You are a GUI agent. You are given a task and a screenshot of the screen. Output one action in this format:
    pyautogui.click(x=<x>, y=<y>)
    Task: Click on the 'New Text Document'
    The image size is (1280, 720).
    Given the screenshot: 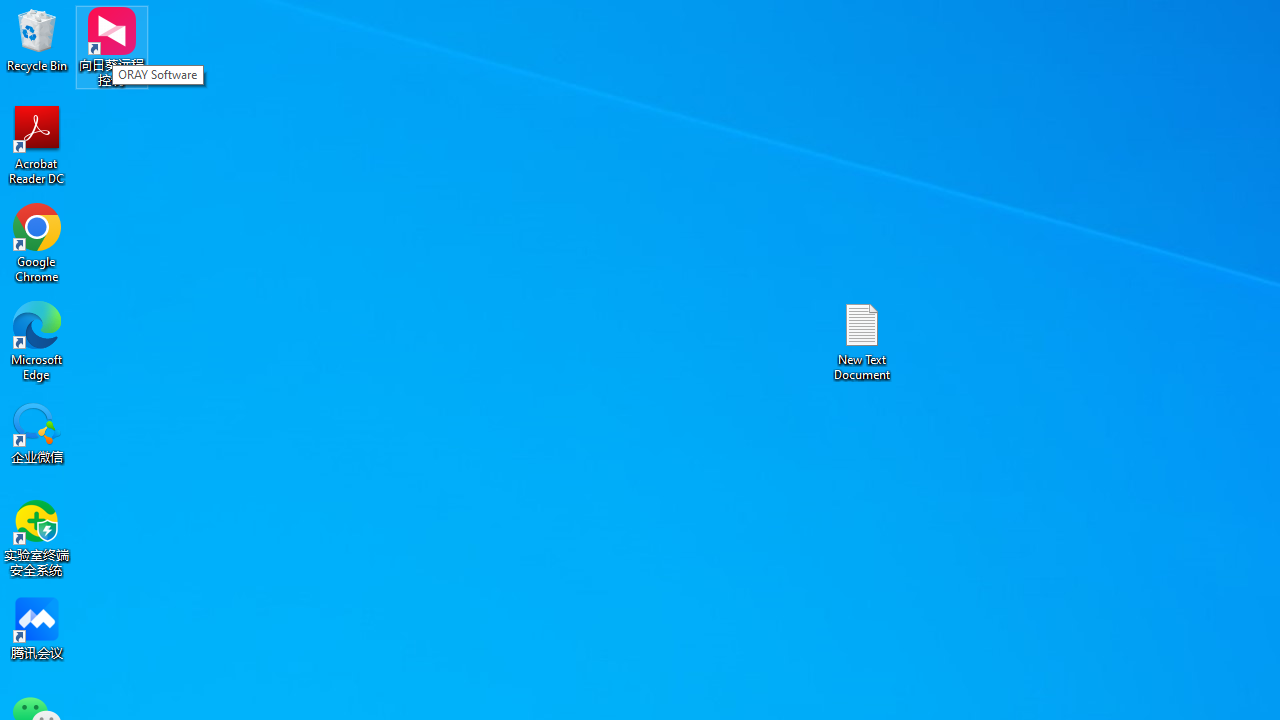 What is the action you would take?
    pyautogui.click(x=862, y=340)
    